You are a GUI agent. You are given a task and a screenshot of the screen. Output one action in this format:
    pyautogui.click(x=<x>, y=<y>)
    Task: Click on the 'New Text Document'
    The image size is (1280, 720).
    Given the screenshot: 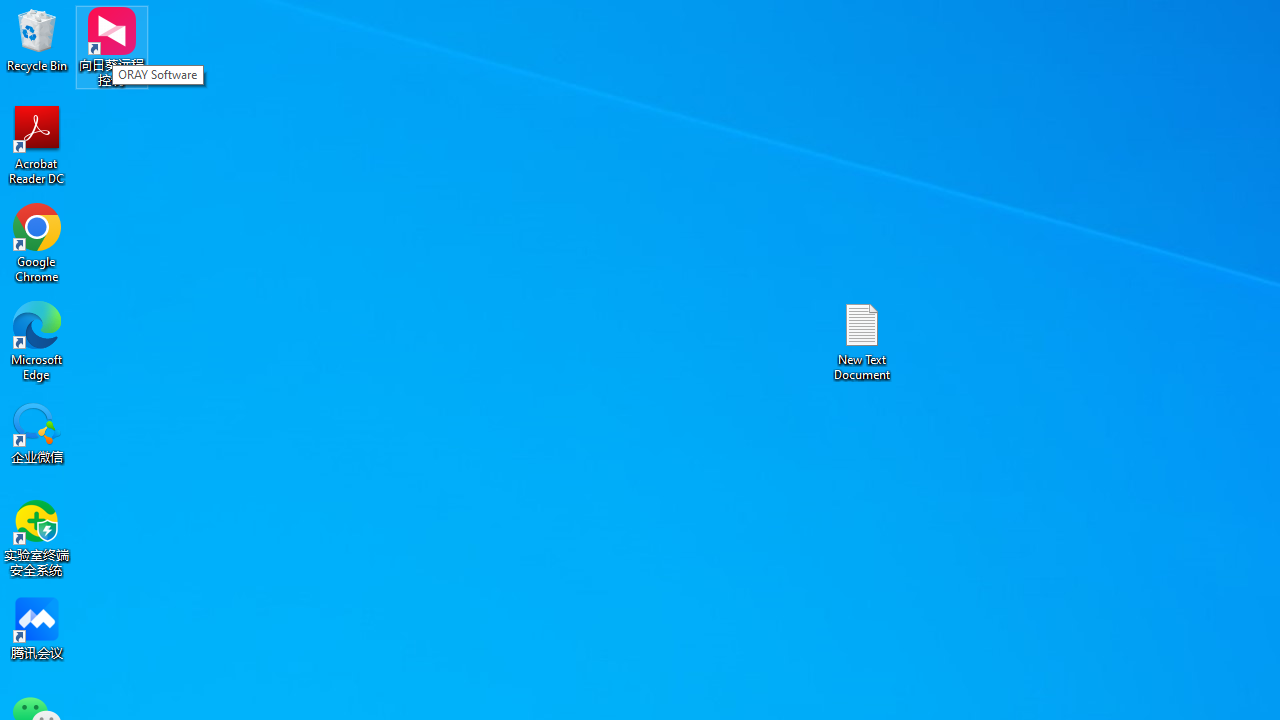 What is the action you would take?
    pyautogui.click(x=862, y=340)
    